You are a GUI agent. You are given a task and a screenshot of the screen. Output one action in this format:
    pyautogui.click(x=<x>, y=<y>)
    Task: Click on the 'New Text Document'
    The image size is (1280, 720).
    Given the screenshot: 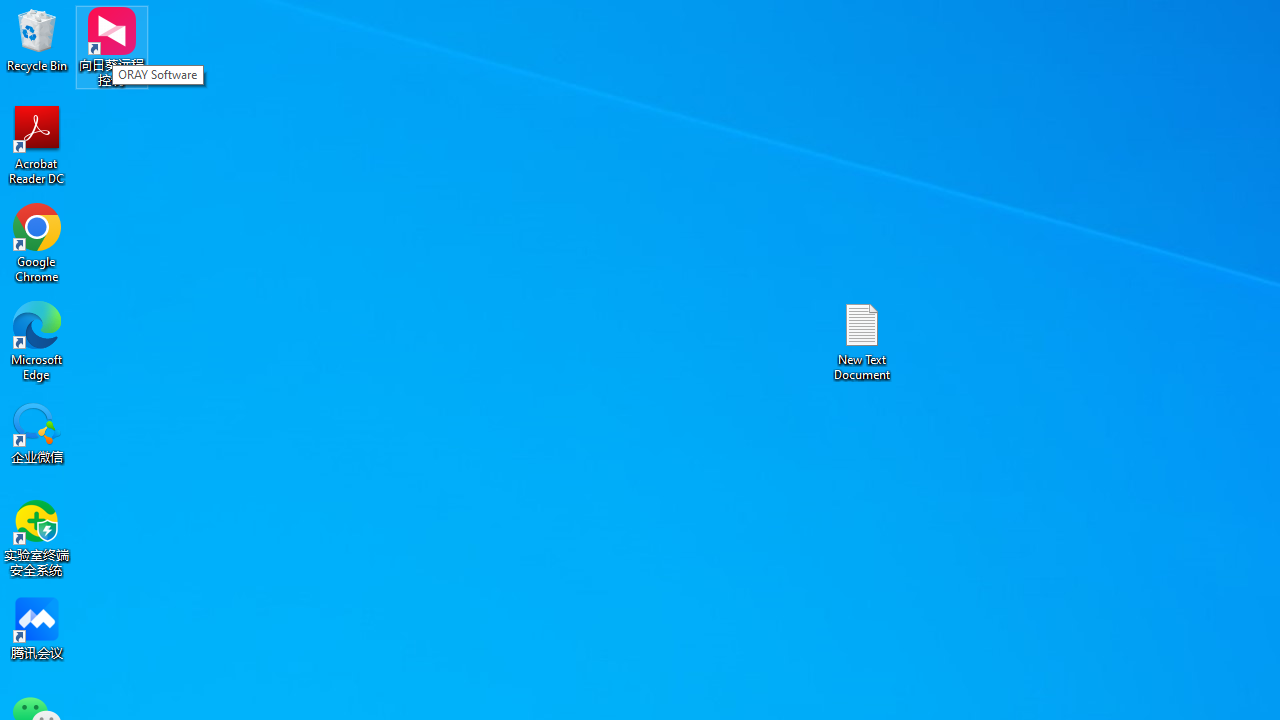 What is the action you would take?
    pyautogui.click(x=862, y=340)
    